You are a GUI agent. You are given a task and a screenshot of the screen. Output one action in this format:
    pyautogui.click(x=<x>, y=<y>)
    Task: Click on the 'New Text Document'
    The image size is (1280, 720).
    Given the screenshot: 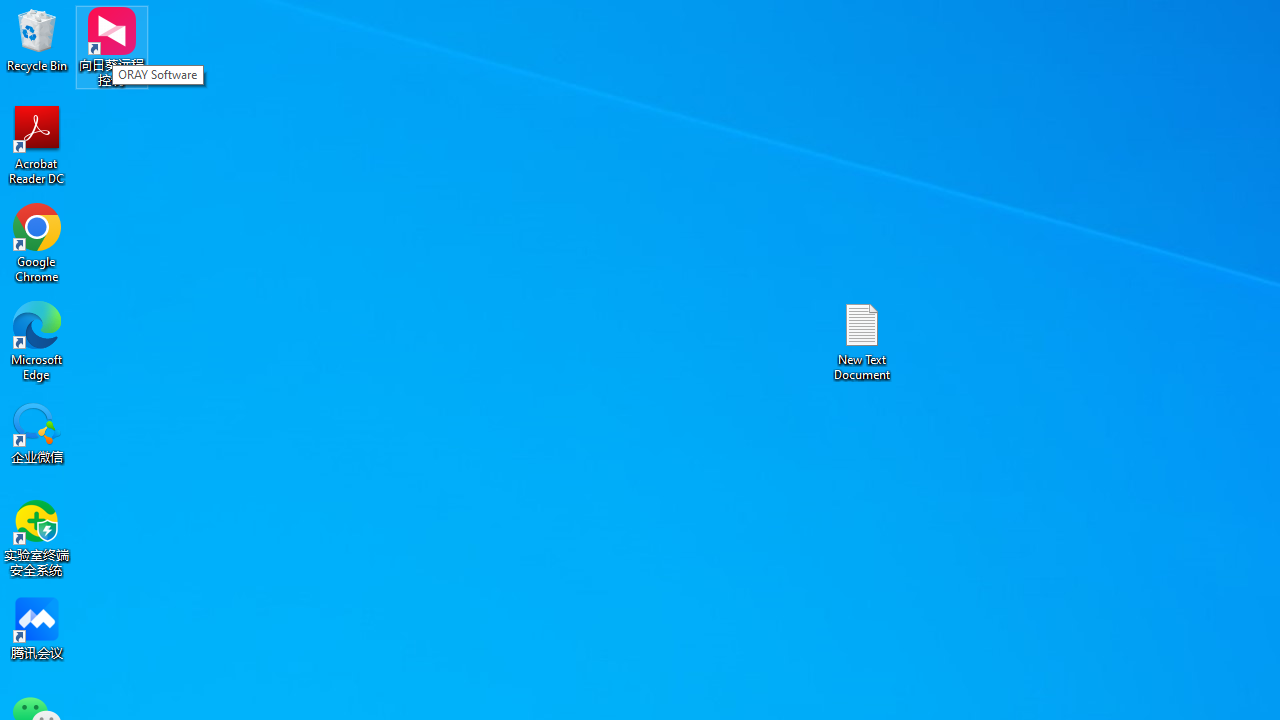 What is the action you would take?
    pyautogui.click(x=862, y=340)
    